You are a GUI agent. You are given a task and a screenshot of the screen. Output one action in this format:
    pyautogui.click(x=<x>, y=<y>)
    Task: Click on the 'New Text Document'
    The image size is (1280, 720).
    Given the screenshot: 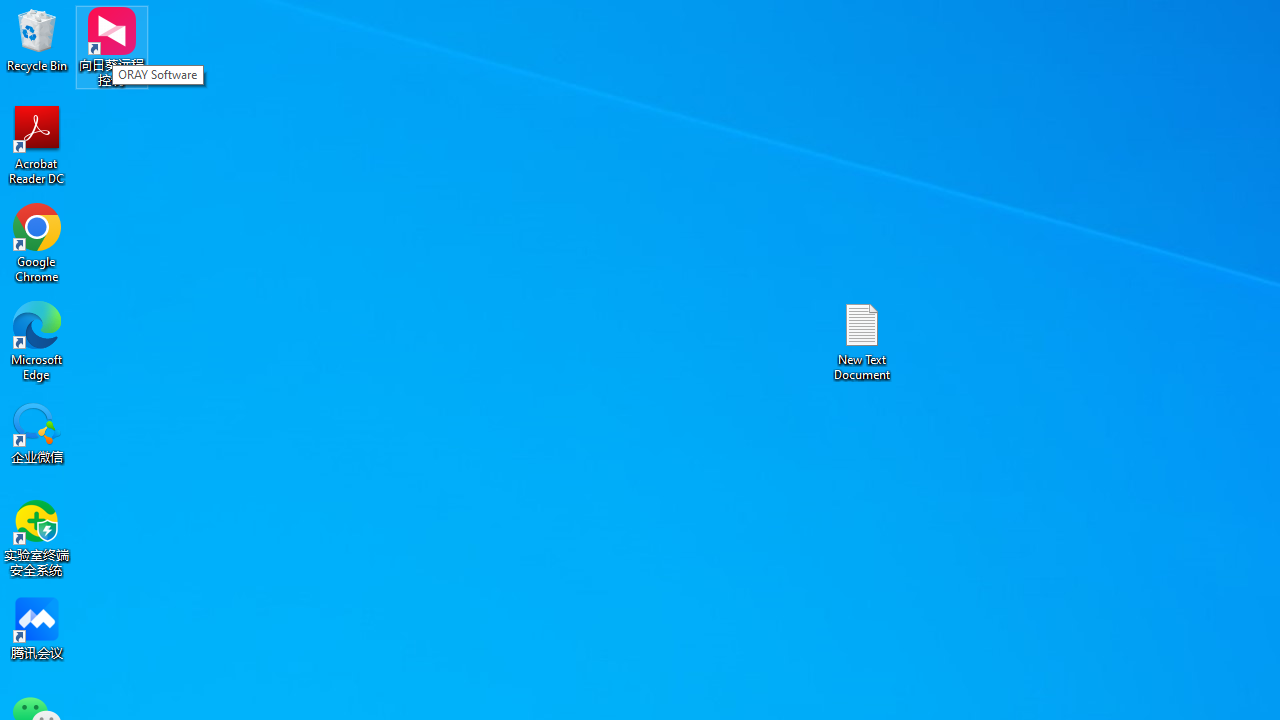 What is the action you would take?
    pyautogui.click(x=862, y=340)
    